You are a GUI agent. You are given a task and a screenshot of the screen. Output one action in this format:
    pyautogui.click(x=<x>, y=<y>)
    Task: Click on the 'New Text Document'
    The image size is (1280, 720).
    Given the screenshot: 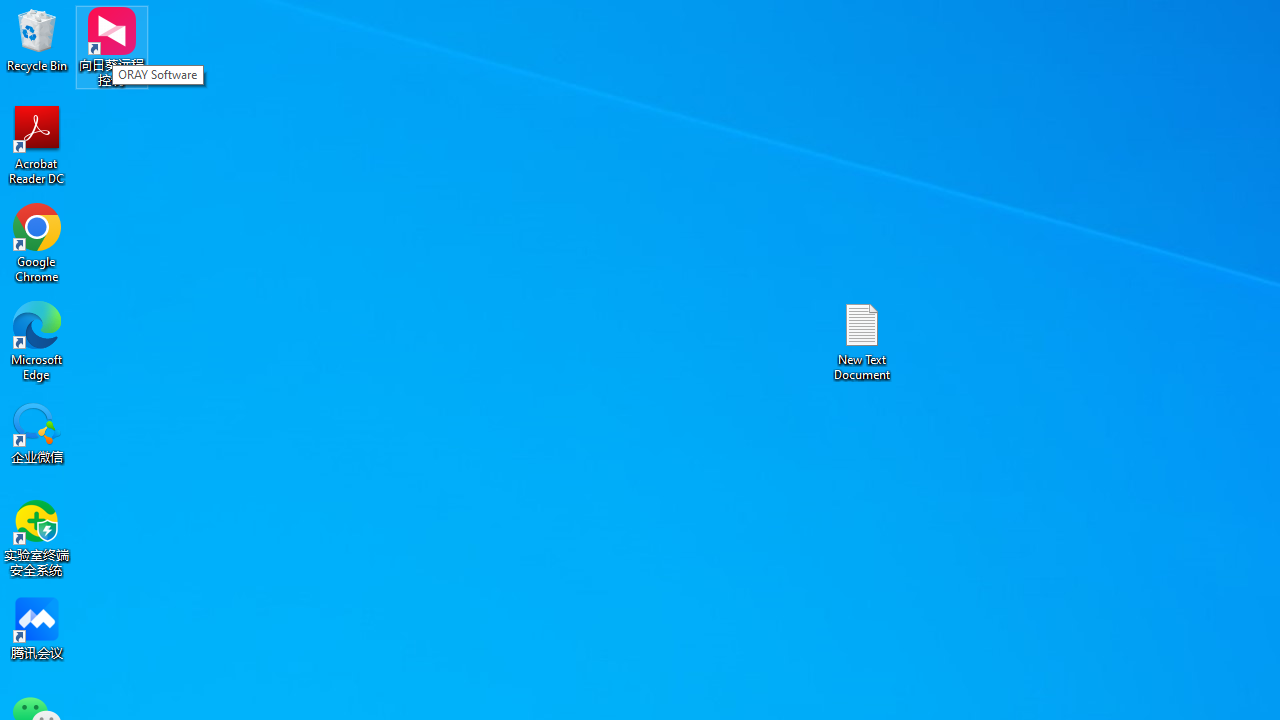 What is the action you would take?
    pyautogui.click(x=862, y=340)
    